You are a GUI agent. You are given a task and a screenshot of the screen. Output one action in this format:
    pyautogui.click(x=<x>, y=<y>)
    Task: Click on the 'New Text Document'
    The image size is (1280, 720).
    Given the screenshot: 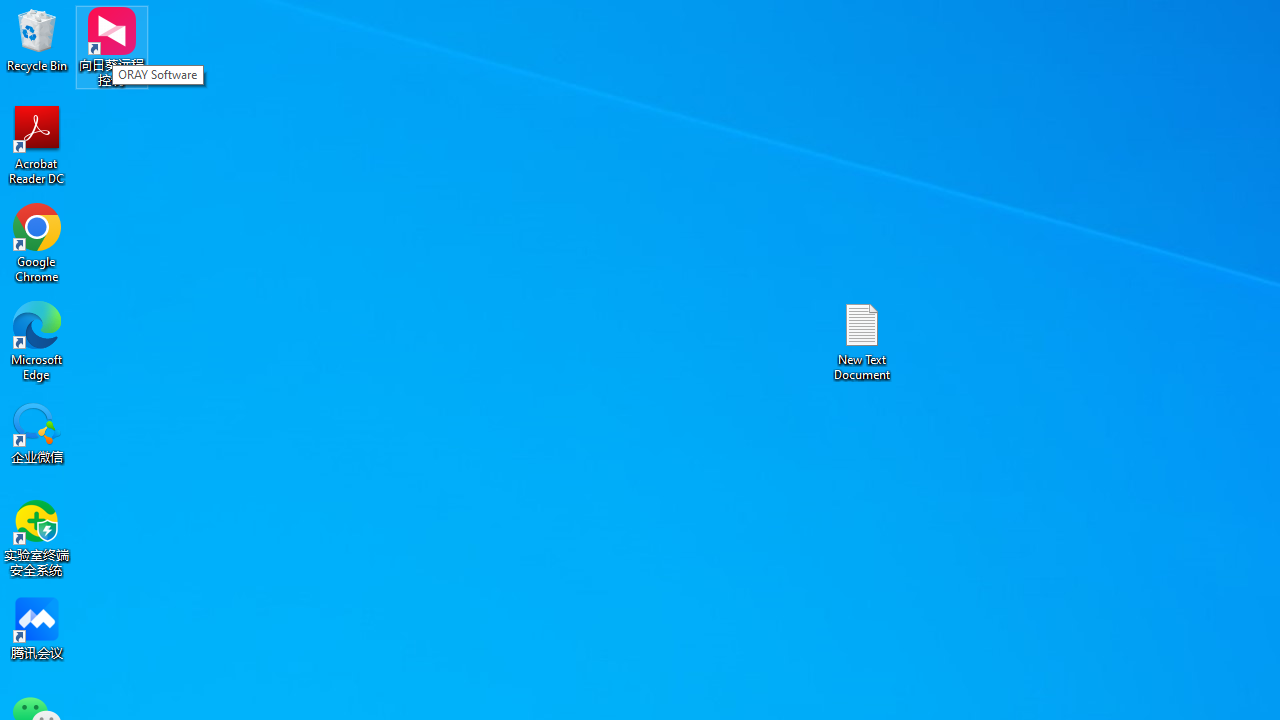 What is the action you would take?
    pyautogui.click(x=862, y=340)
    